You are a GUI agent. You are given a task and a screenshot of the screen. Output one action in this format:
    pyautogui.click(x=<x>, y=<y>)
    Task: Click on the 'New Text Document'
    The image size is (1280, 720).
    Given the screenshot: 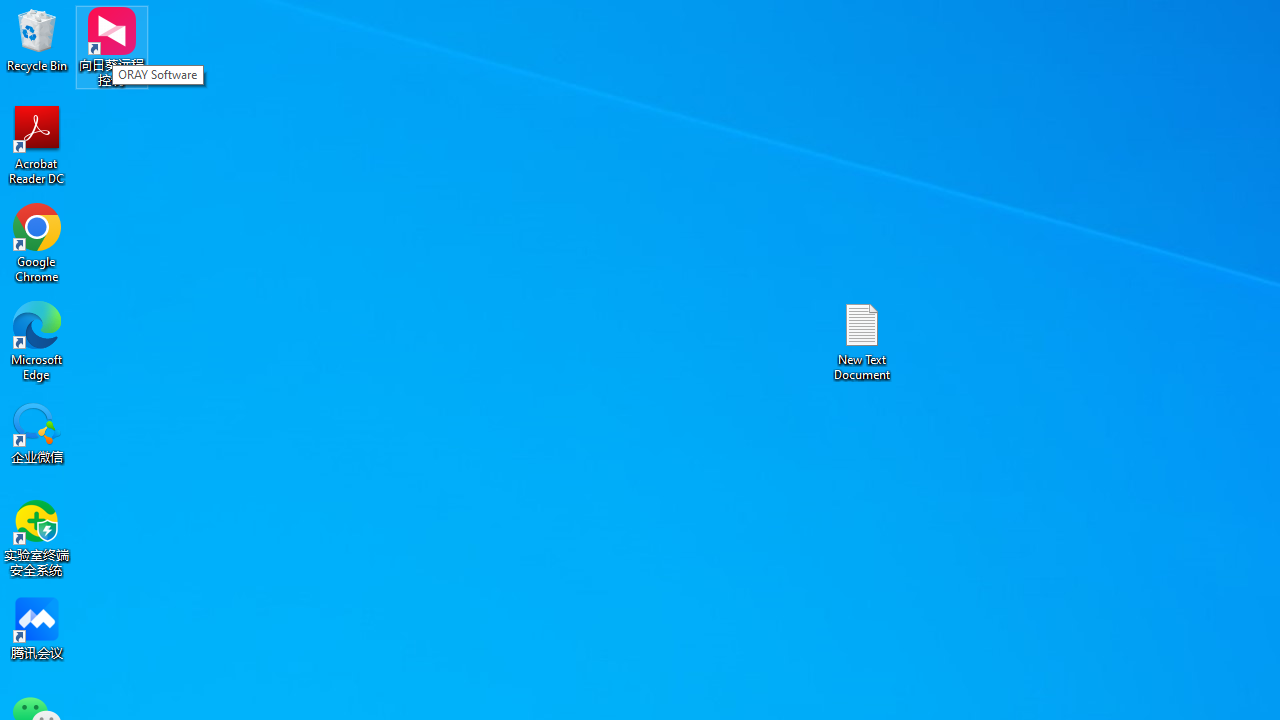 What is the action you would take?
    pyautogui.click(x=862, y=340)
    